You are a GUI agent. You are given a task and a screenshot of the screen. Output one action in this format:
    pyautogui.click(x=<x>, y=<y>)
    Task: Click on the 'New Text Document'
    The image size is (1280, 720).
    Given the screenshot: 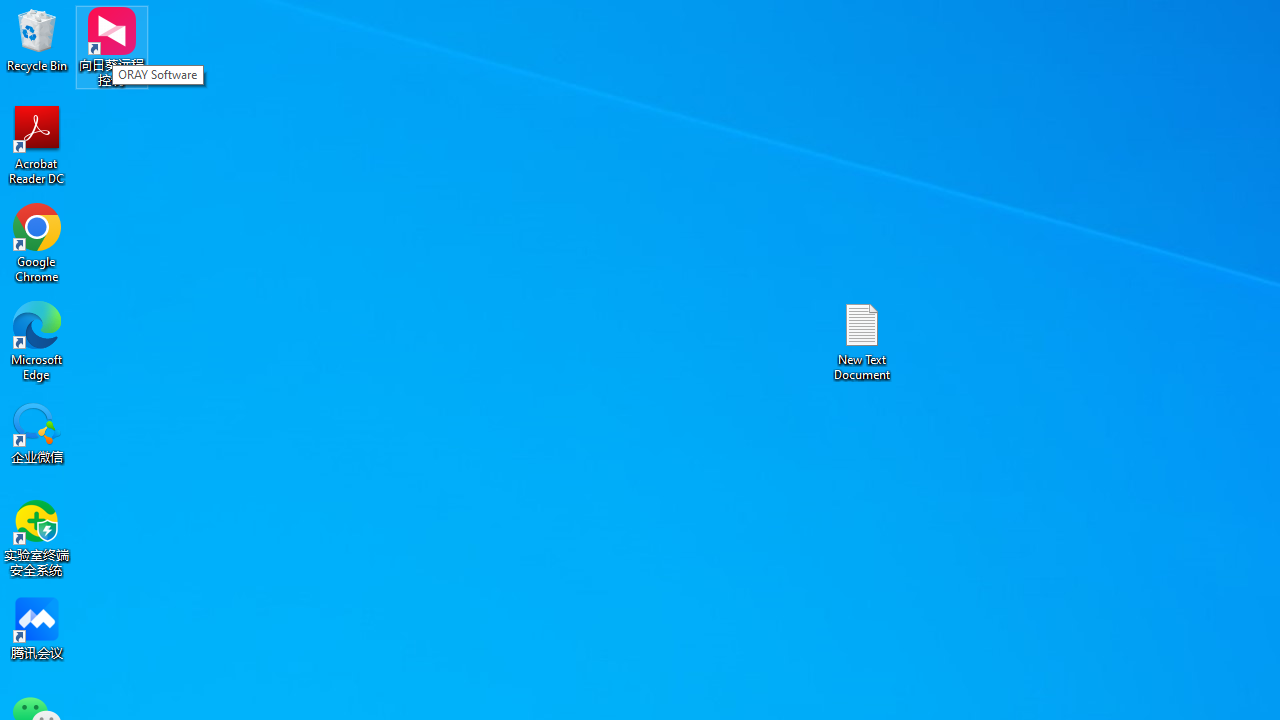 What is the action you would take?
    pyautogui.click(x=862, y=340)
    